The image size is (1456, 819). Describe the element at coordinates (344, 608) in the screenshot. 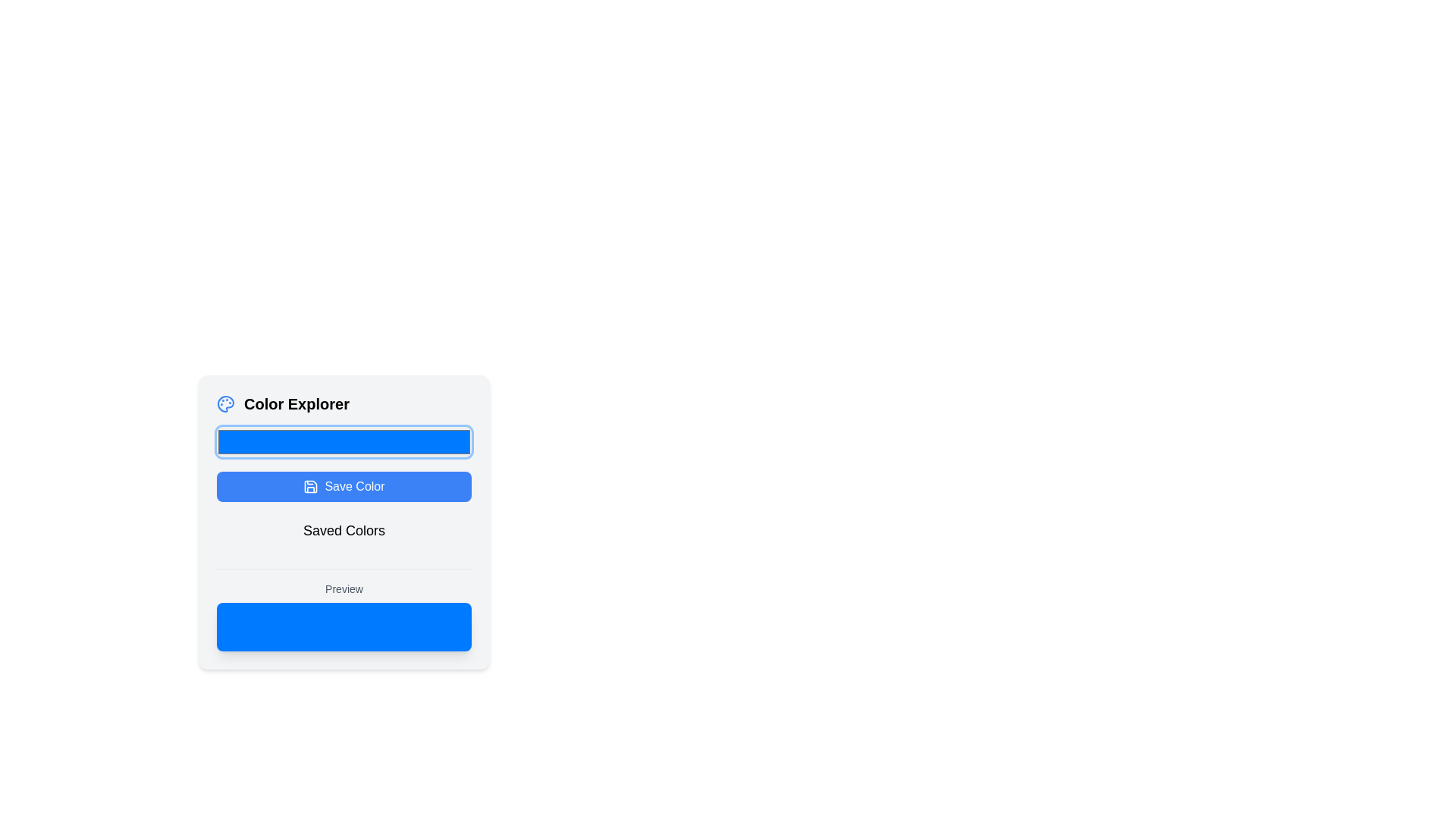

I see `the static display area located at the bottom of the 'Color Explorer' interface, which displays a preview related to the selected color or content` at that location.